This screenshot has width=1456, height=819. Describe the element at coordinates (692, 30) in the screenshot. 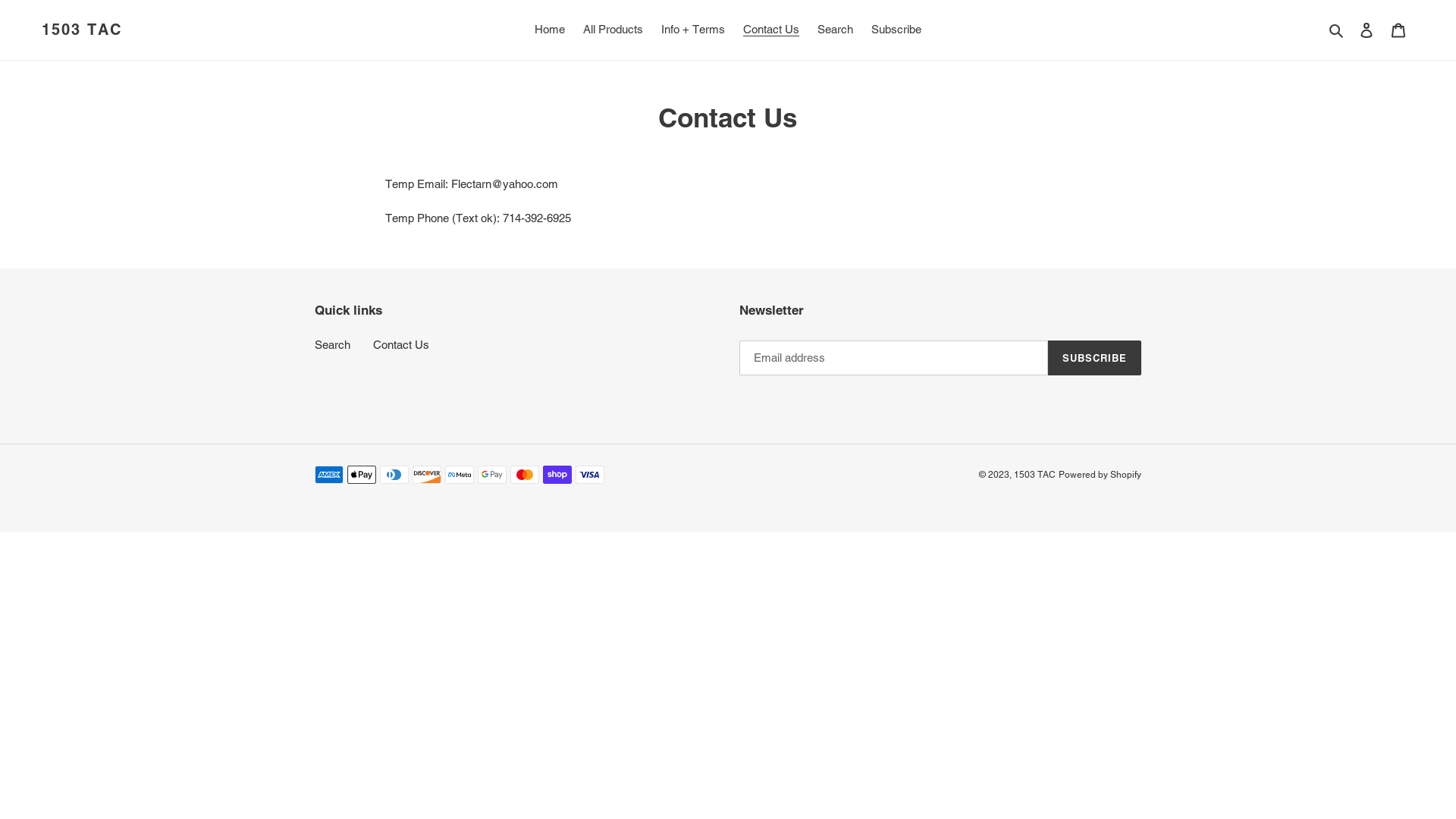

I see `'Info + Terms'` at that location.